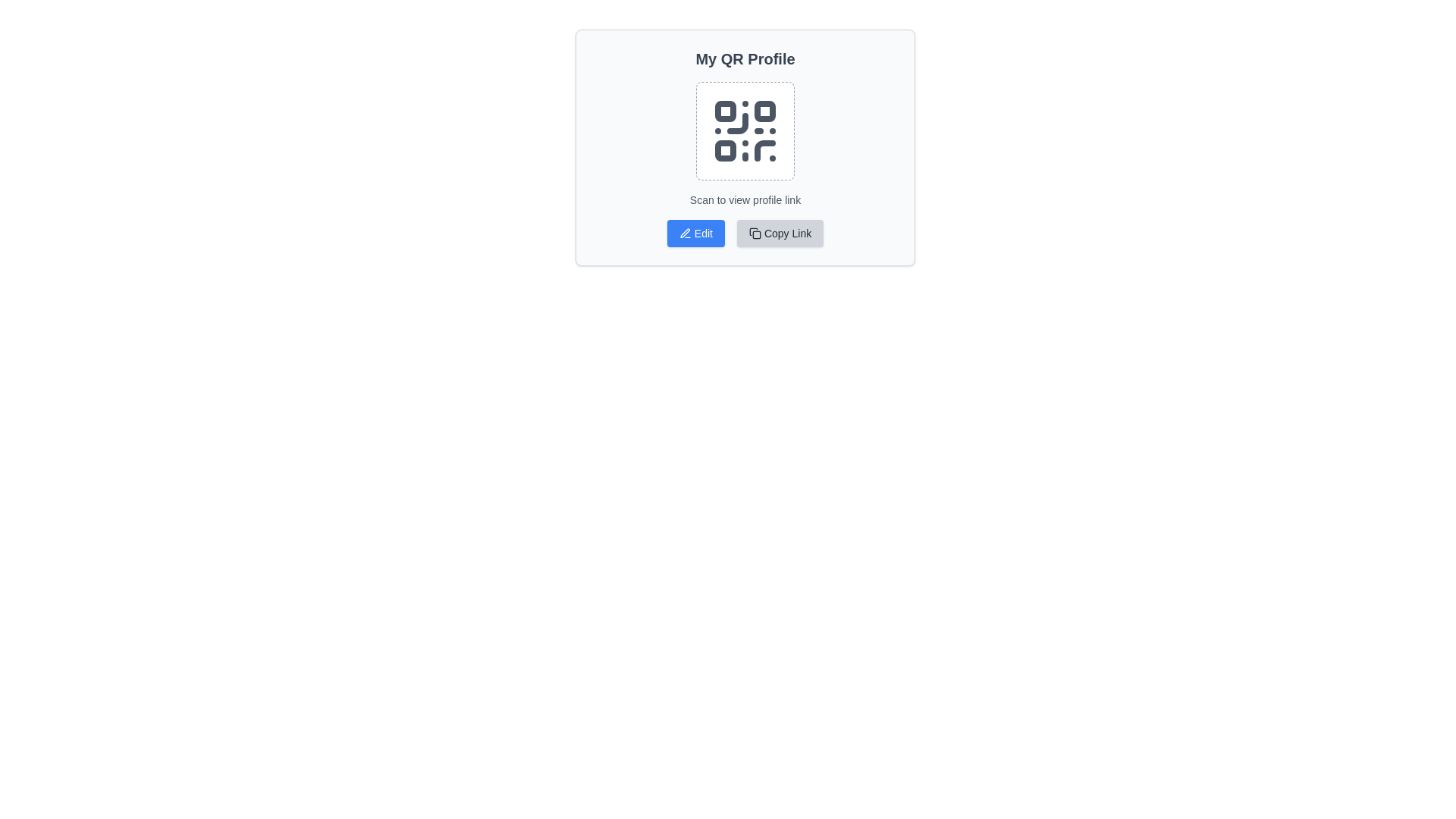 The image size is (1456, 819). Describe the element at coordinates (745, 58) in the screenshot. I see `the text element displaying 'My QR Profile', which is styled in bold and large font, positioned at the top of a card-like layout with rounded corners` at that location.